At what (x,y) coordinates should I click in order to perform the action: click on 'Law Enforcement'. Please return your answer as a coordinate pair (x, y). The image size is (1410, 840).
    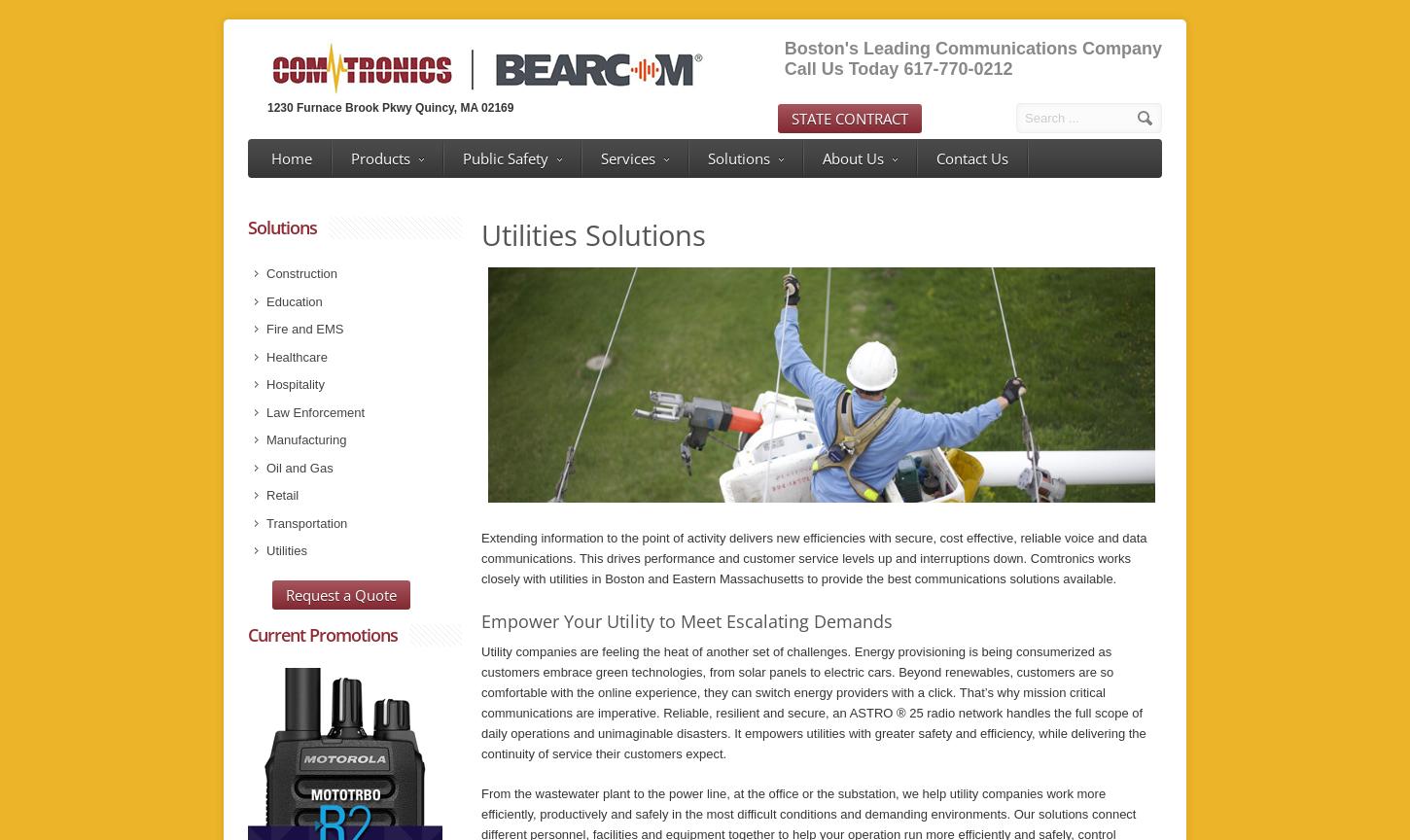
    Looking at the image, I should click on (315, 410).